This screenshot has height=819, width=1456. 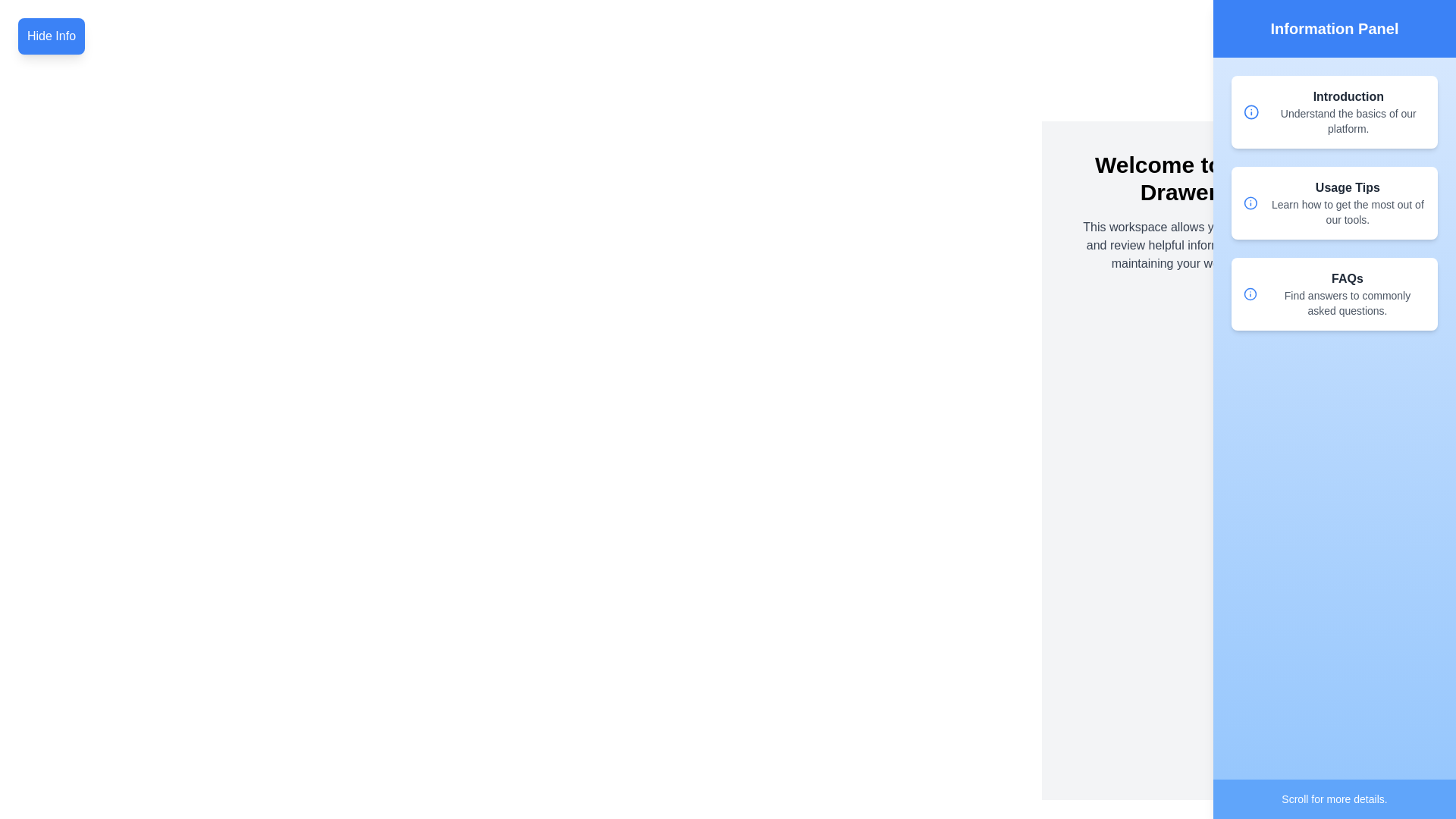 I want to click on the static text label 'FAQs' displayed in bold, dark-gray text within a light blue panel, which is part of the third button component in the 'Information Panel', so click(x=1347, y=278).